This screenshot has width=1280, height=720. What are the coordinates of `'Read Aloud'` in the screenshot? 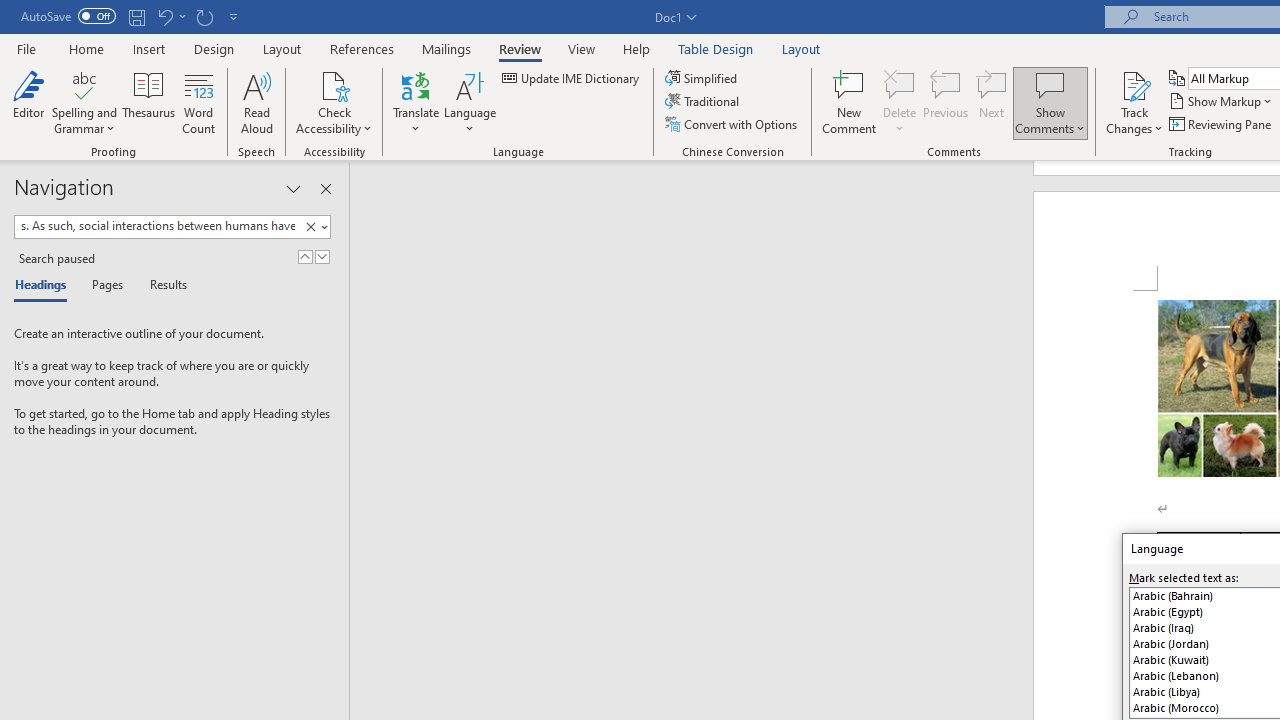 It's located at (255, 103).